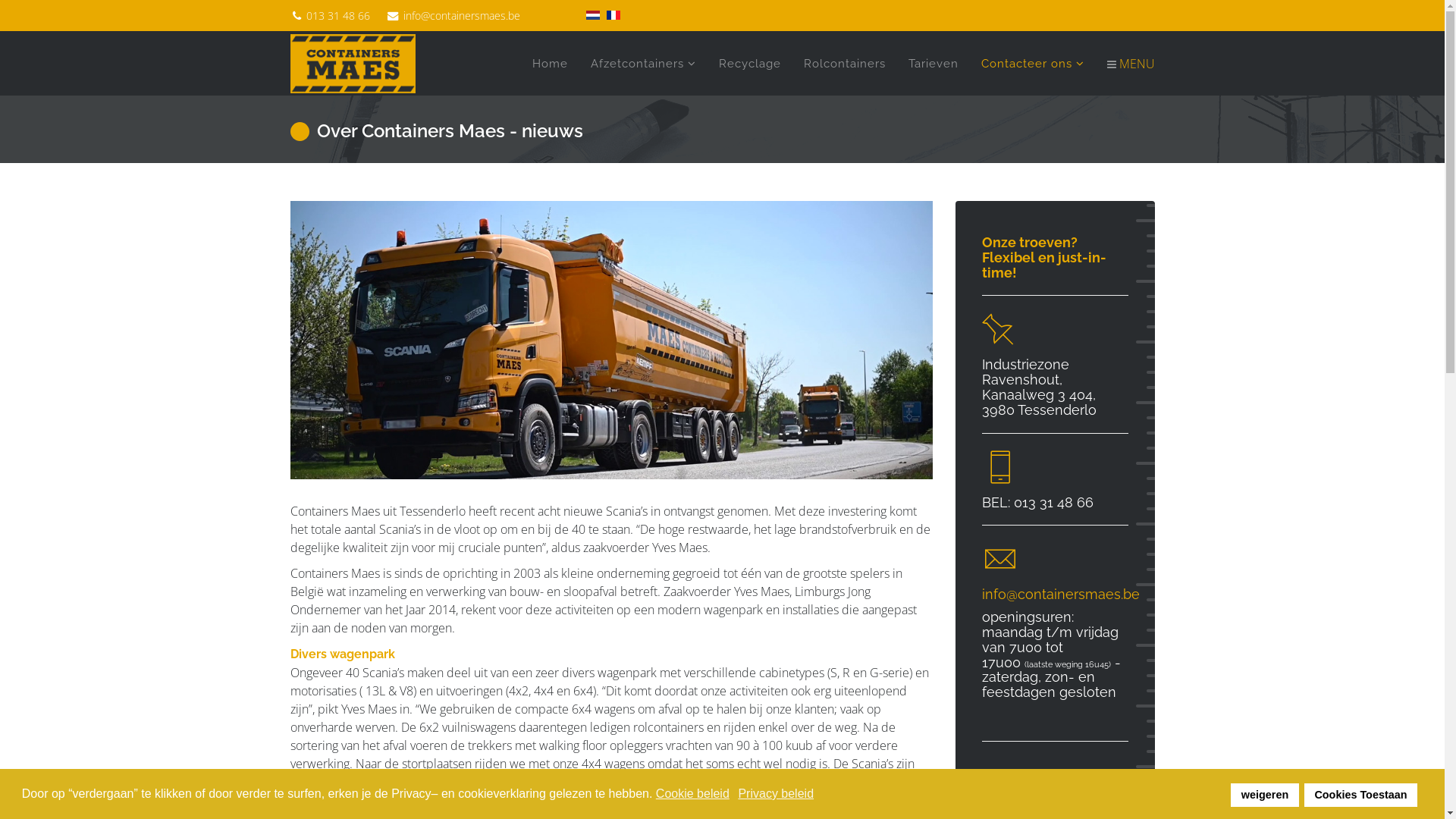 The width and height of the screenshot is (1456, 819). Describe the element at coordinates (1125, 63) in the screenshot. I see `'MENU'` at that location.